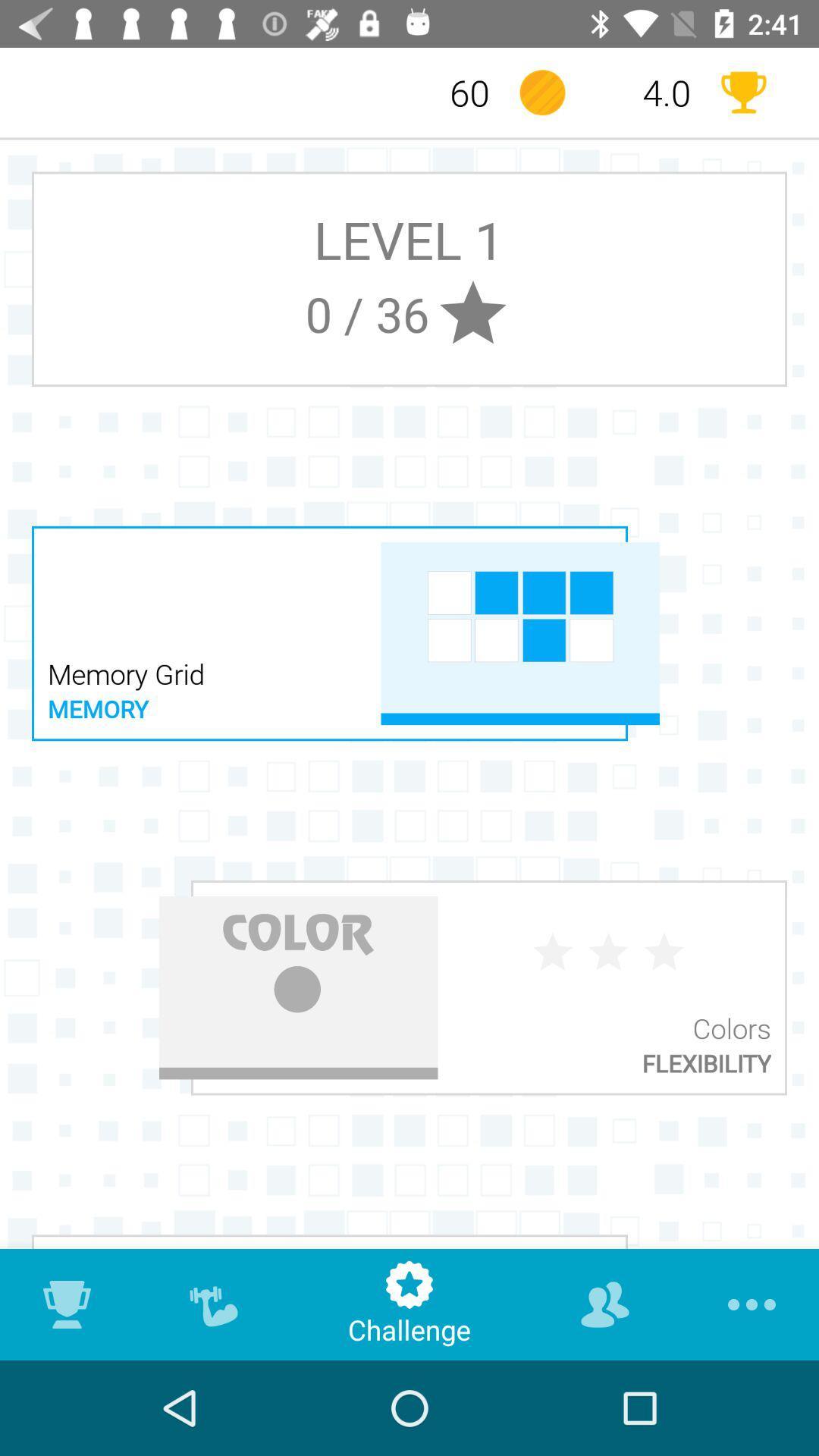 This screenshot has height=1456, width=819. What do you see at coordinates (409, 1278) in the screenshot?
I see `star icon which is above challenge on page` at bounding box center [409, 1278].